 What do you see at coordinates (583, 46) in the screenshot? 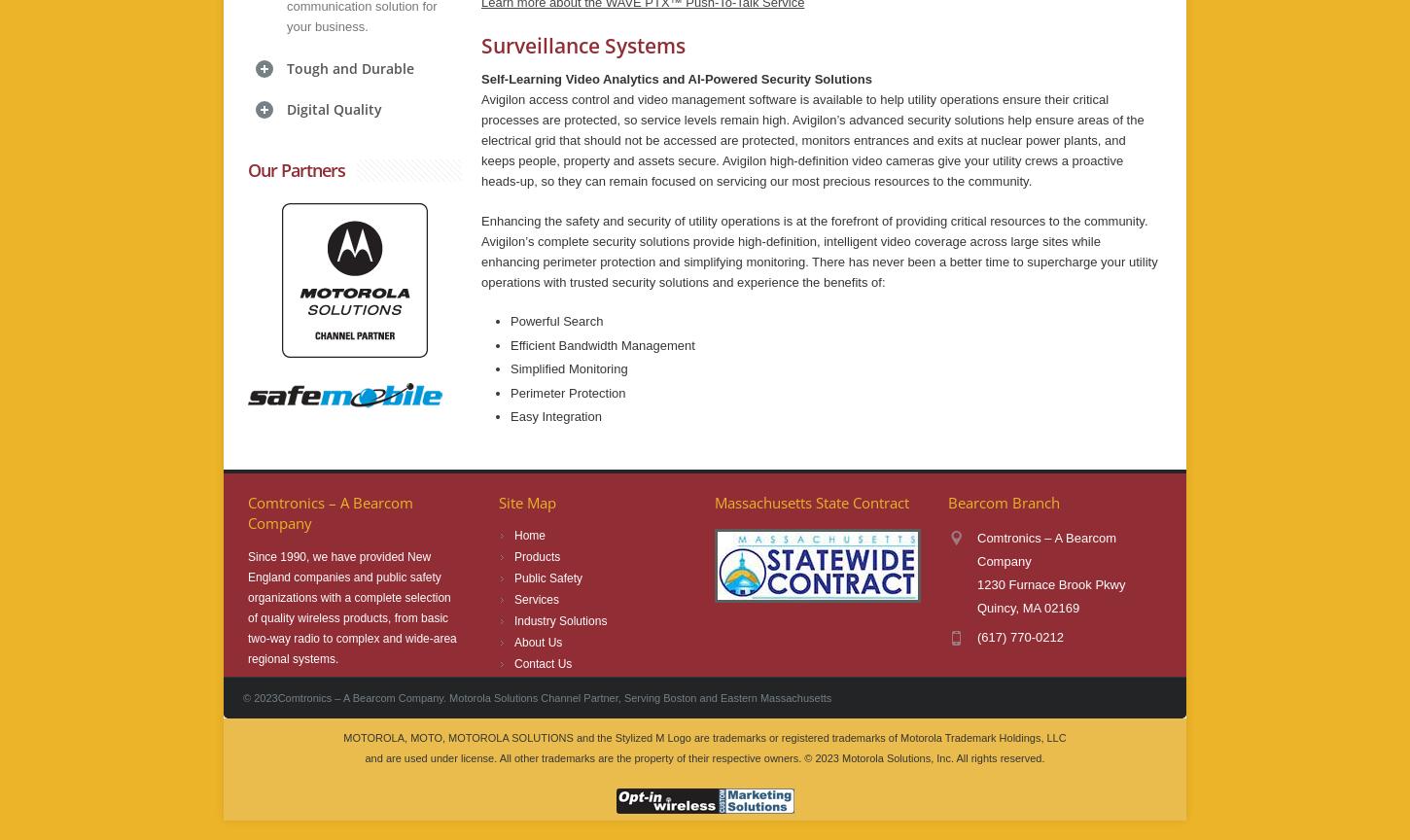
I see `'Surveillance Systems'` at bounding box center [583, 46].